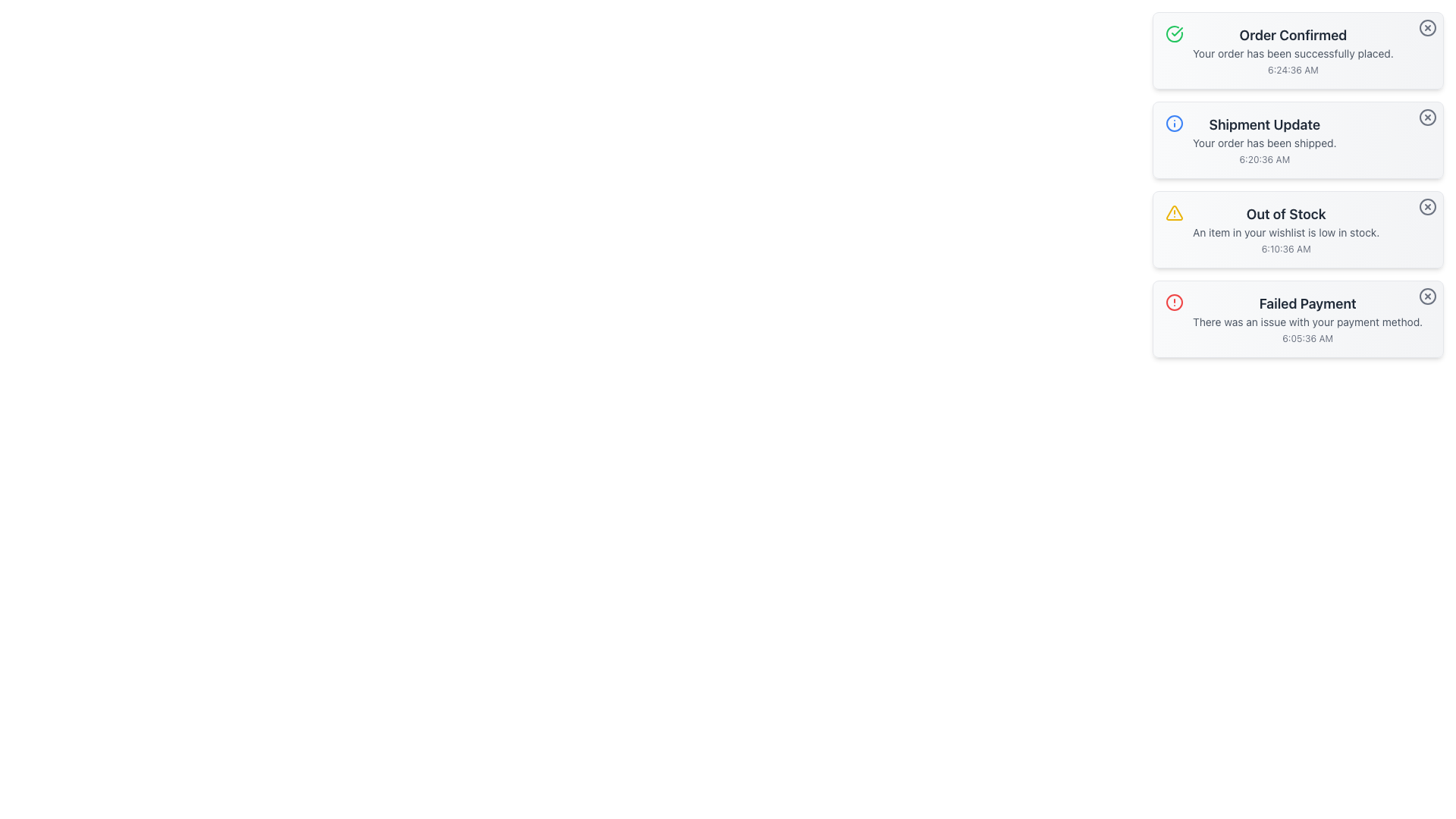  What do you see at coordinates (1285, 233) in the screenshot?
I see `the secondary information text label that provides details about the 'Out of Stock' status, located in the third notification card under the bold 'Out of Stock' title` at bounding box center [1285, 233].